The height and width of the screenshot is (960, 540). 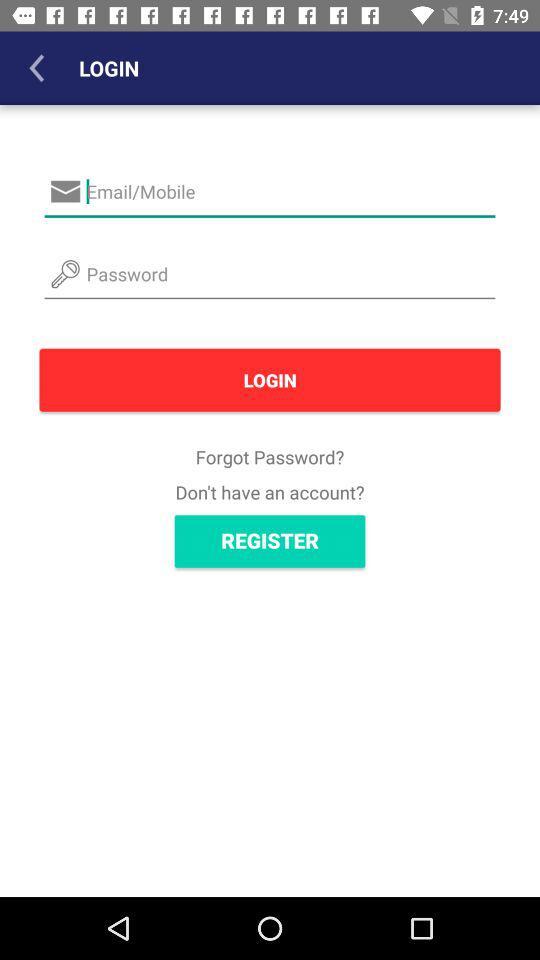 What do you see at coordinates (270, 457) in the screenshot?
I see `forgot password? icon` at bounding box center [270, 457].